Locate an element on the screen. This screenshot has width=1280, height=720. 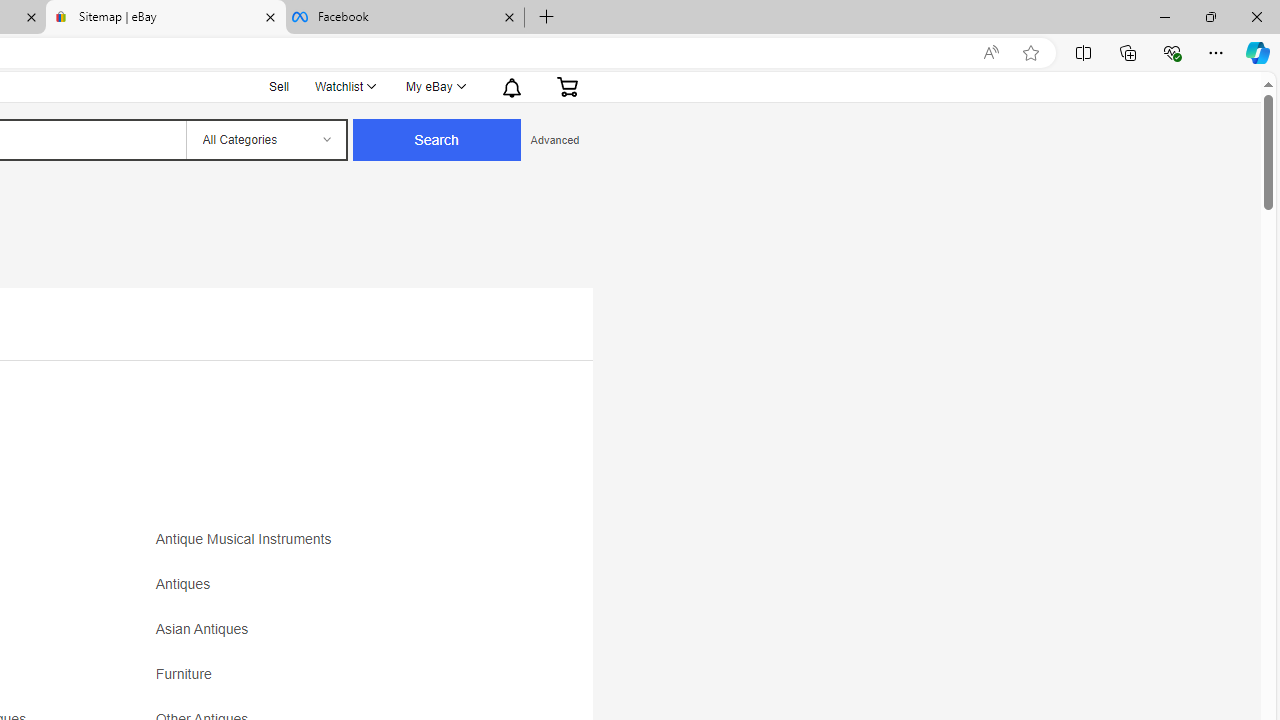
'Sell' is located at coordinates (278, 85).